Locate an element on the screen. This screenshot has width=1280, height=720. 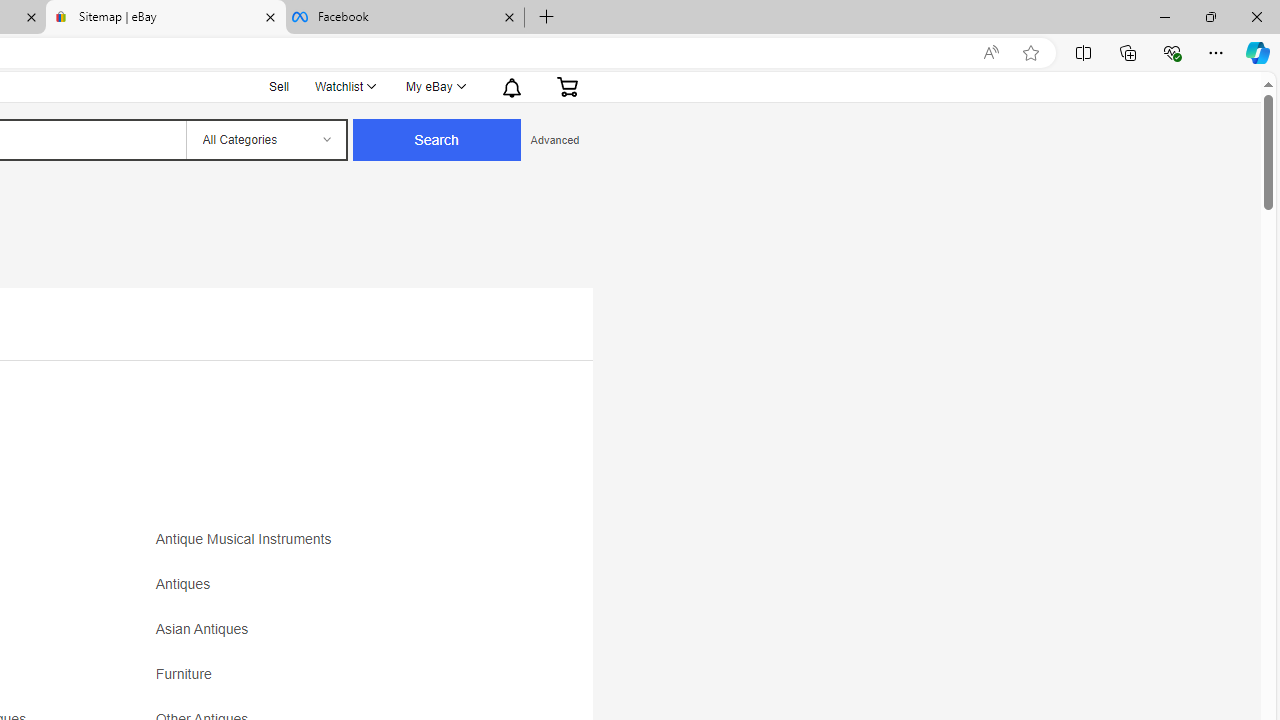
'Sell' is located at coordinates (278, 85).